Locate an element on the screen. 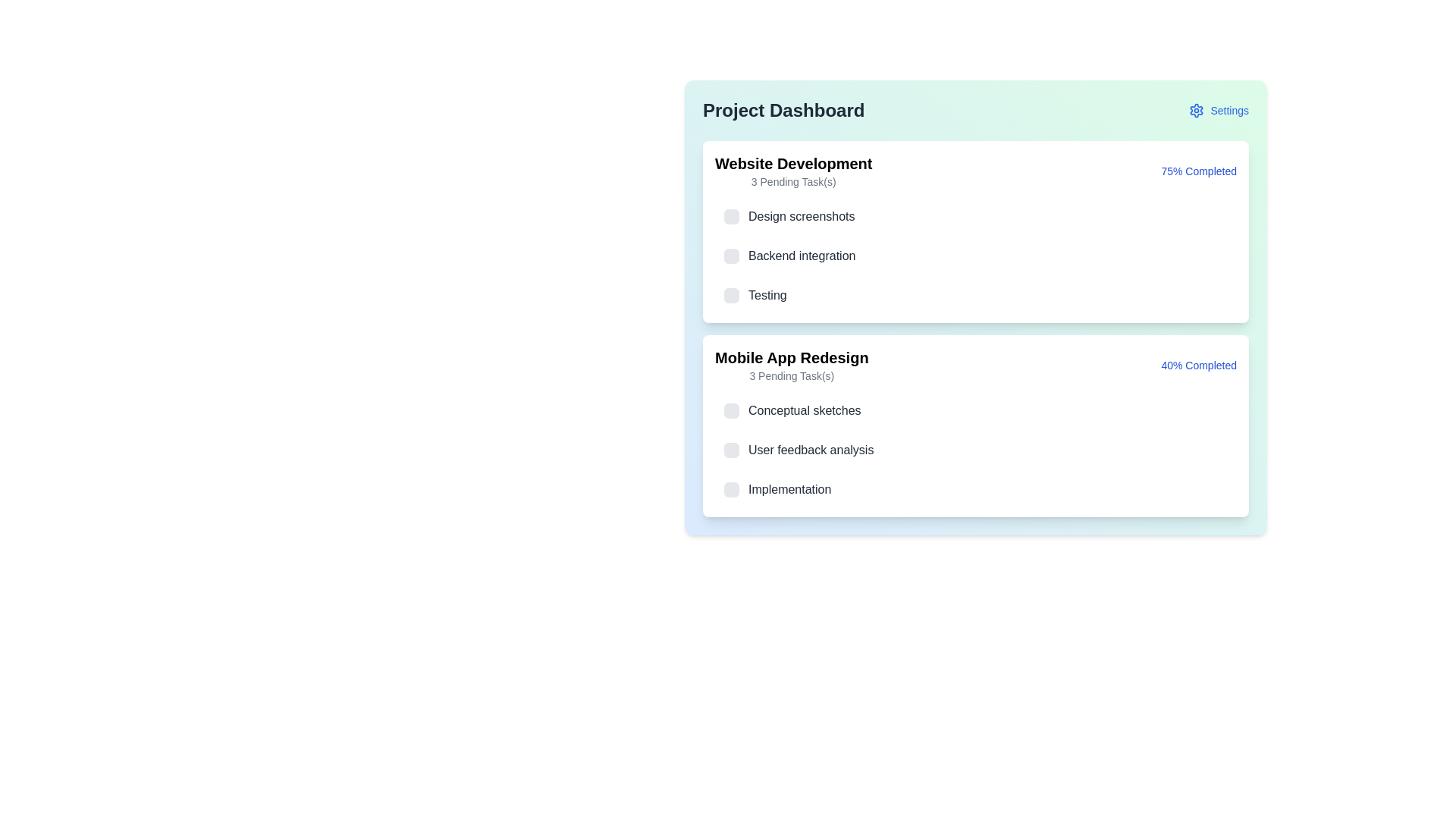  the Text Label that indicates the number of pending tasks, which is located beneath the title 'Mobile App Redesign' in the lower project card of the dashboard is located at coordinates (791, 375).